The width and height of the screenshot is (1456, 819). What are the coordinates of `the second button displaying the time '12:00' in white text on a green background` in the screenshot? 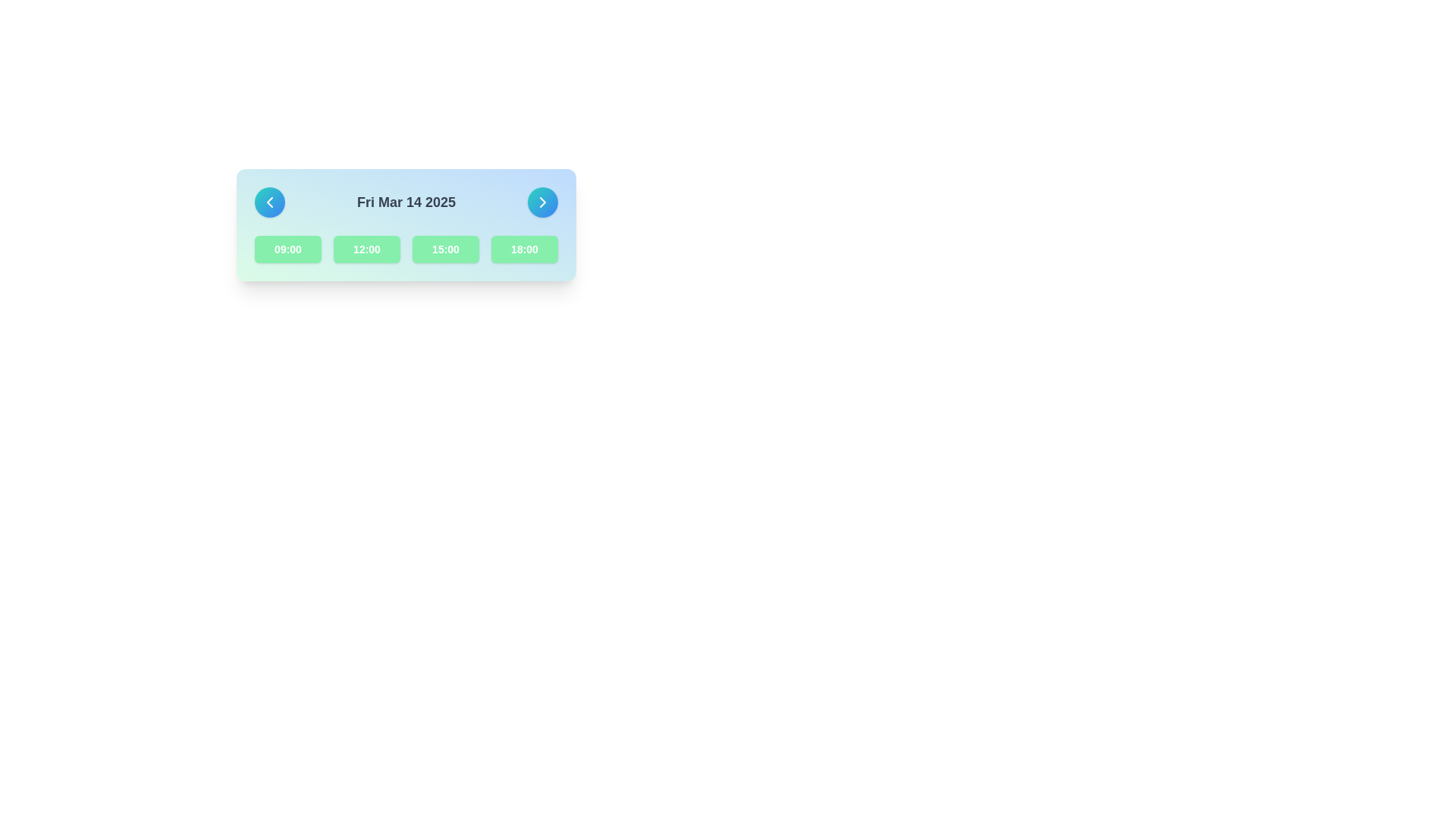 It's located at (367, 248).